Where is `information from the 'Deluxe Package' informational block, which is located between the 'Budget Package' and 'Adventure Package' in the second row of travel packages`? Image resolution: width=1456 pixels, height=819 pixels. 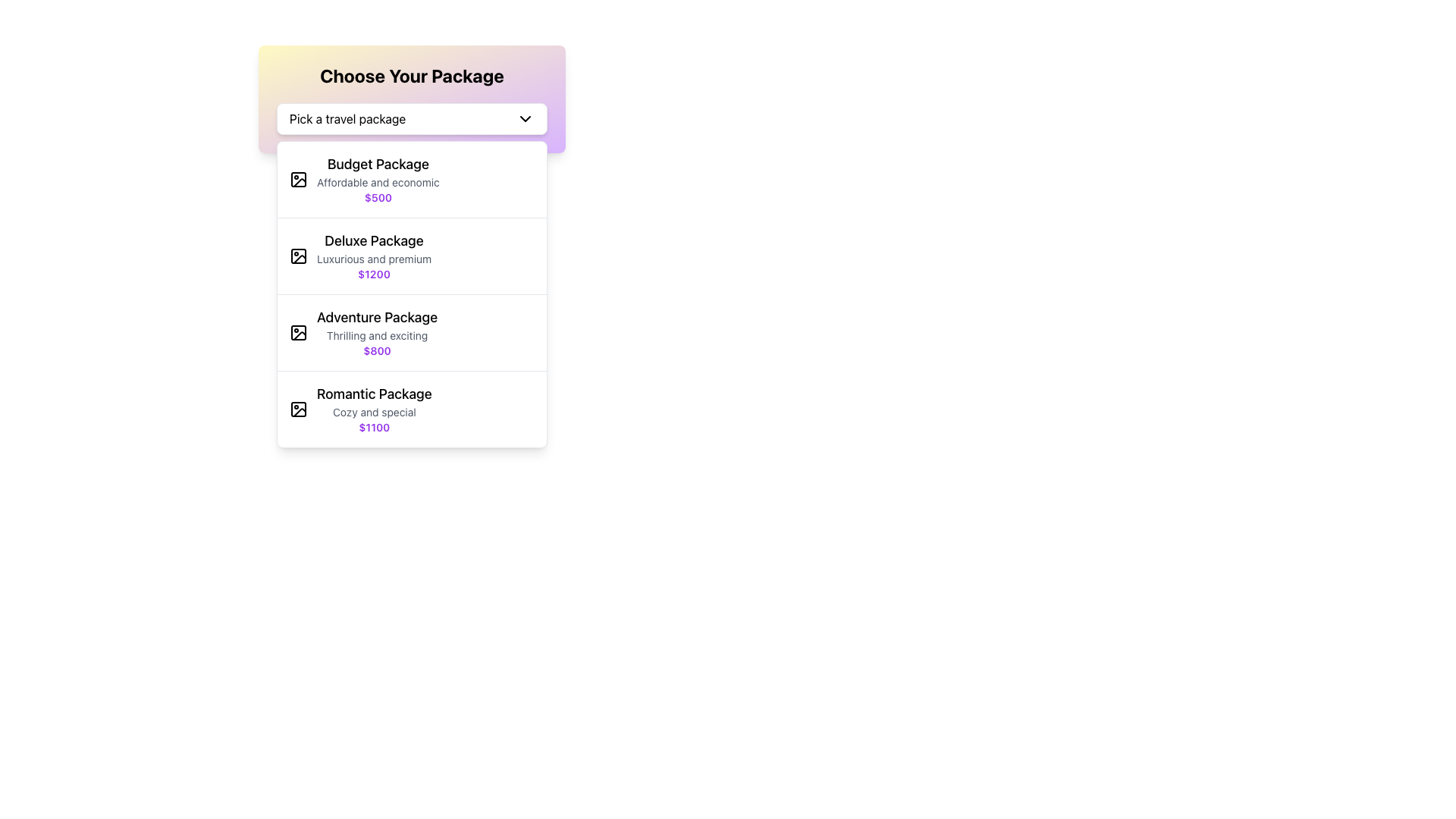 information from the 'Deluxe Package' informational block, which is located between the 'Budget Package' and 'Adventure Package' in the second row of travel packages is located at coordinates (374, 256).